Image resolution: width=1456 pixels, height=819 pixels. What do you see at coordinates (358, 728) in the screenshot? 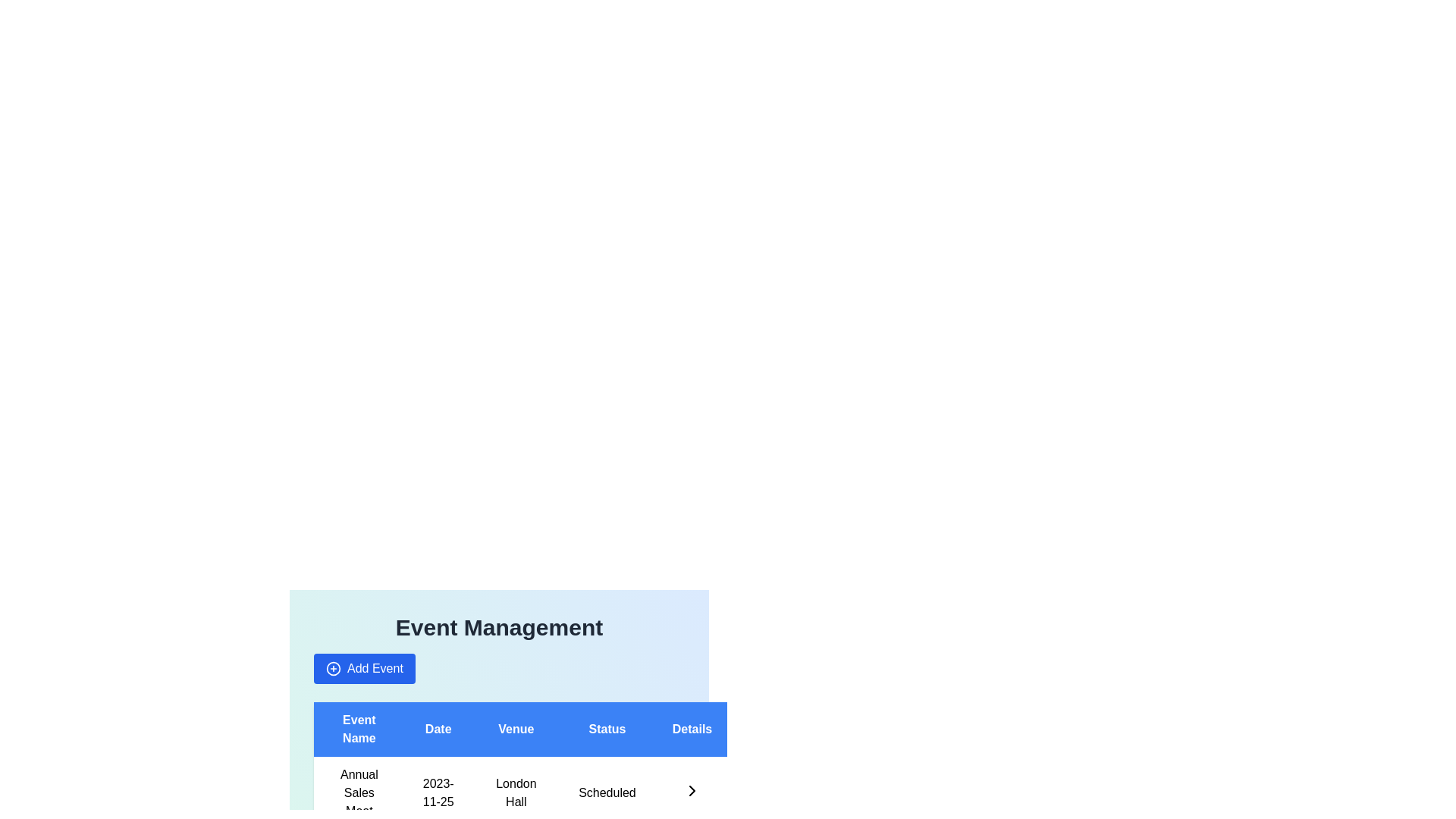
I see `the 'Event Name' text label, which is displayed in white on a blue background and is the first element among its siblings like 'Date', 'Venue', 'Status', and 'Details'` at bounding box center [358, 728].